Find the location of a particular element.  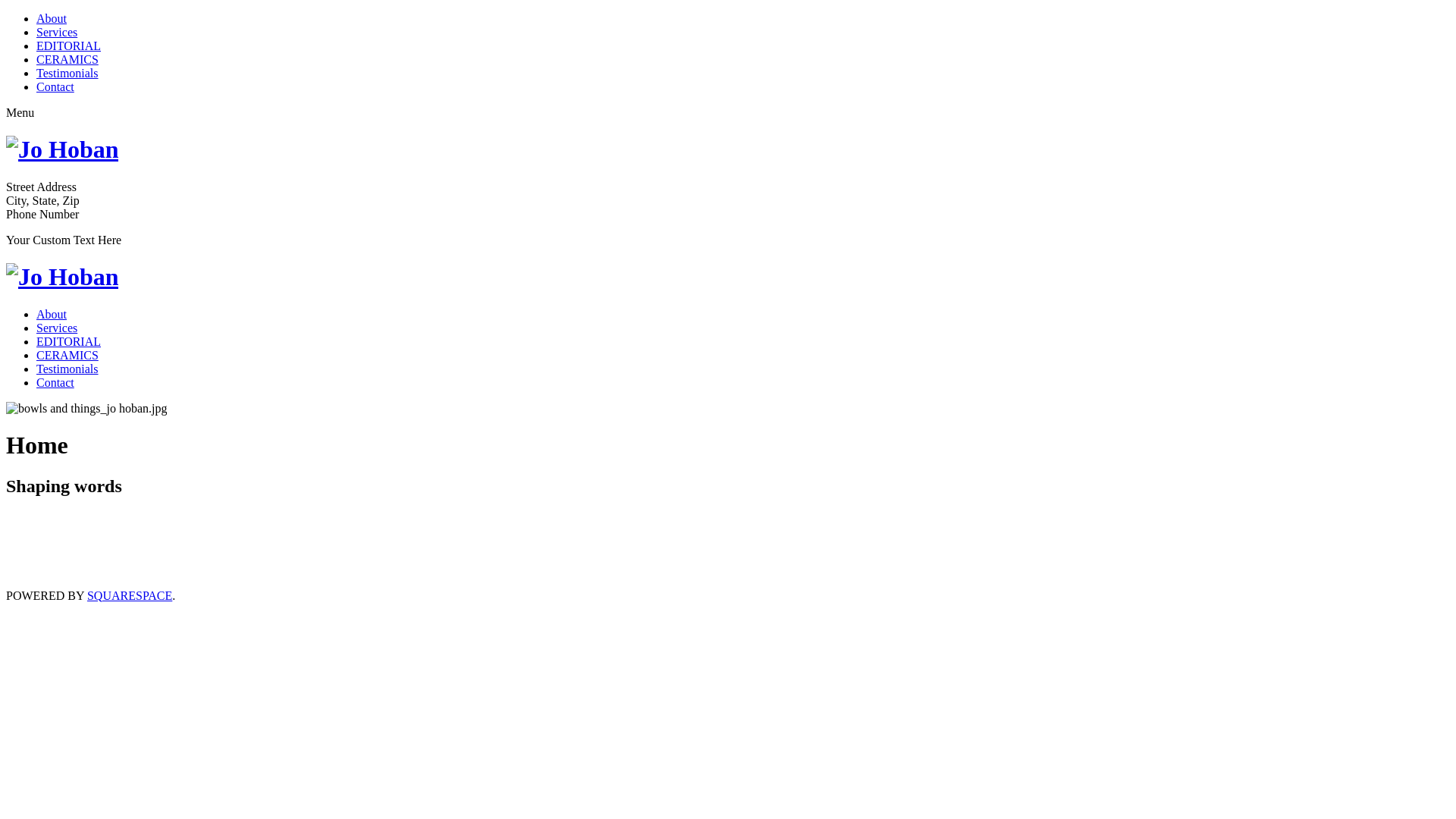

'CERAMICS' is located at coordinates (67, 355).